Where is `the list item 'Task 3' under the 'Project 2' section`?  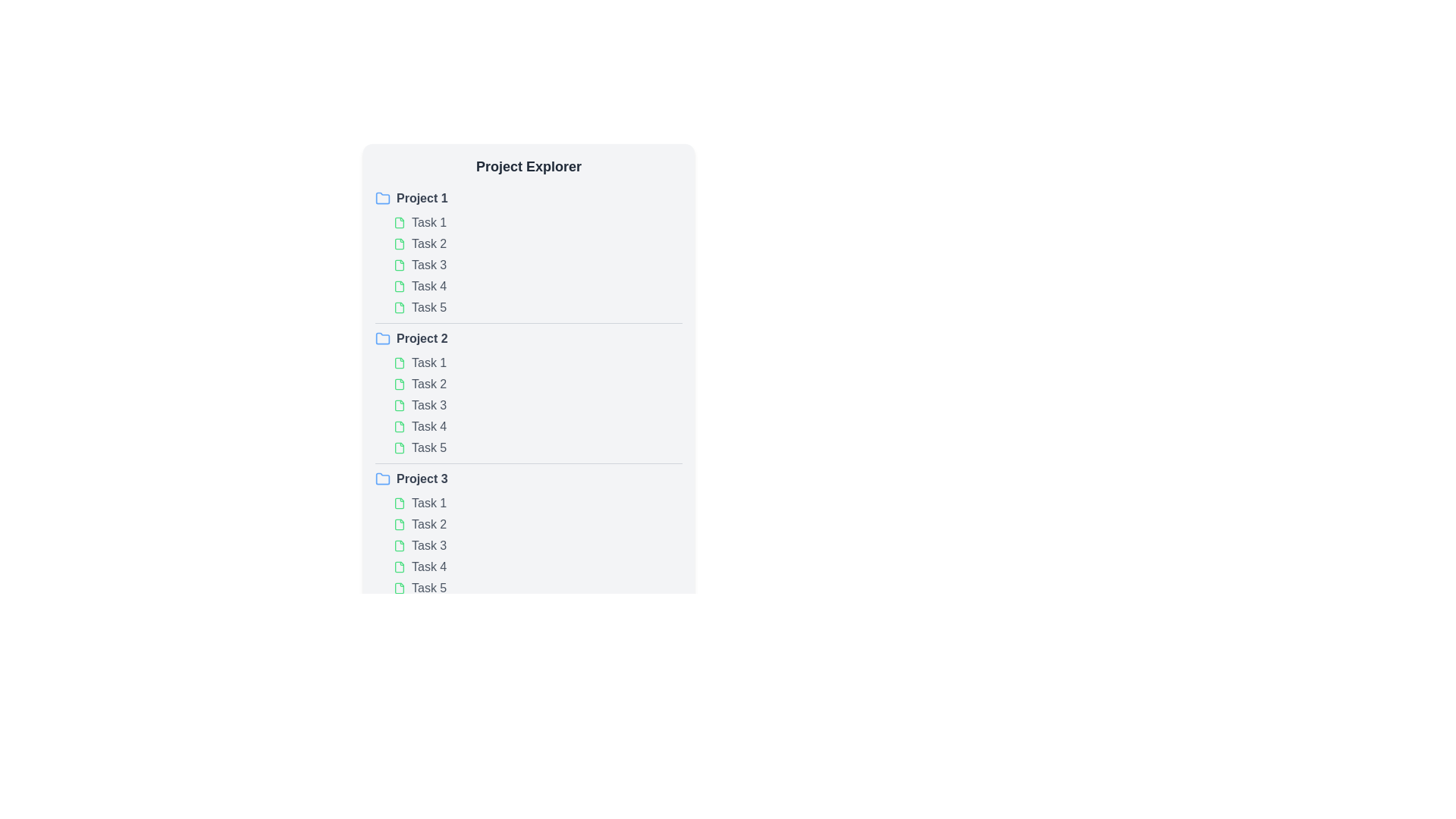
the list item 'Task 3' under the 'Project 2' section is located at coordinates (538, 405).